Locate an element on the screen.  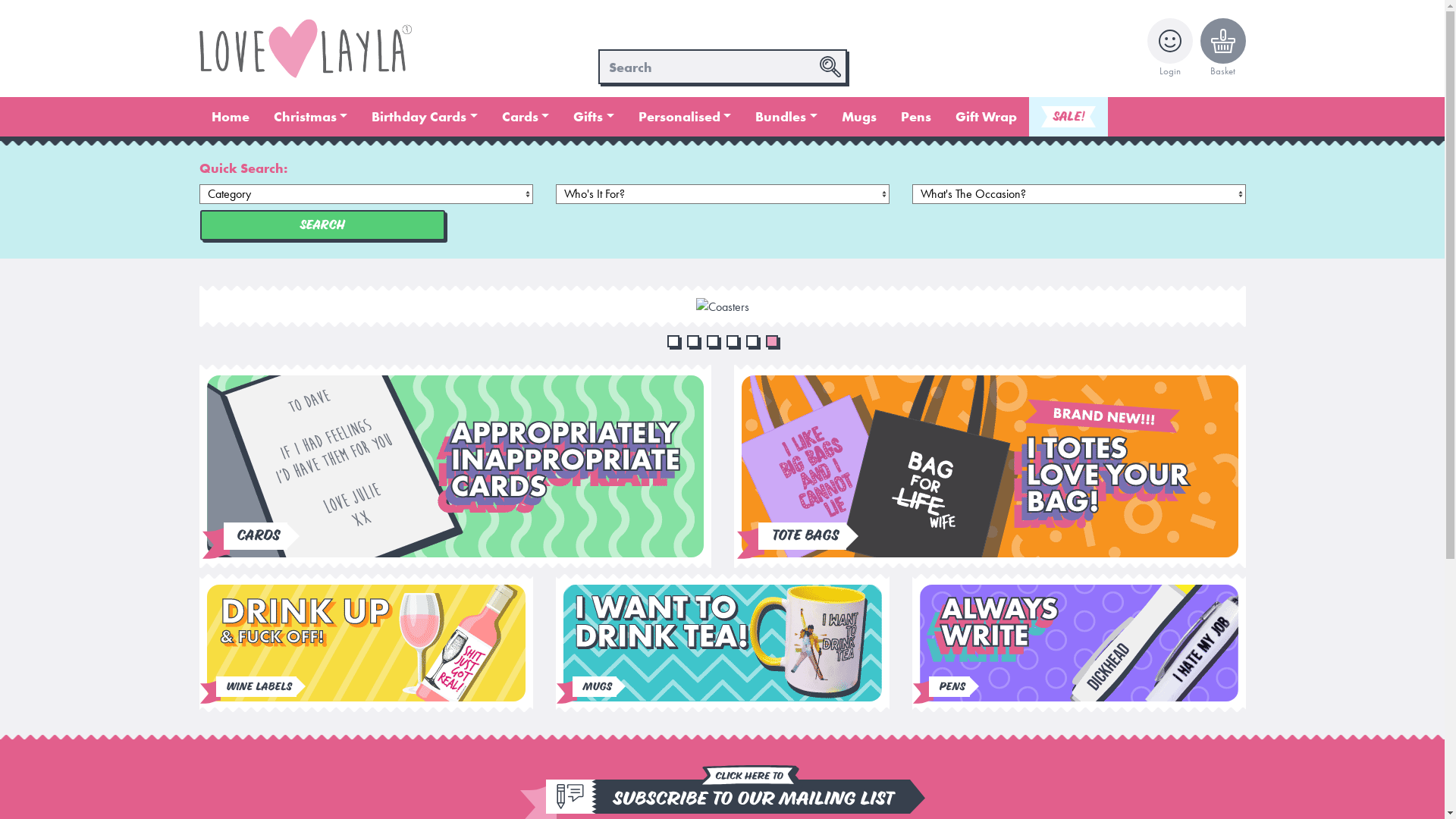
'Gift Wrap' is located at coordinates (986, 116).